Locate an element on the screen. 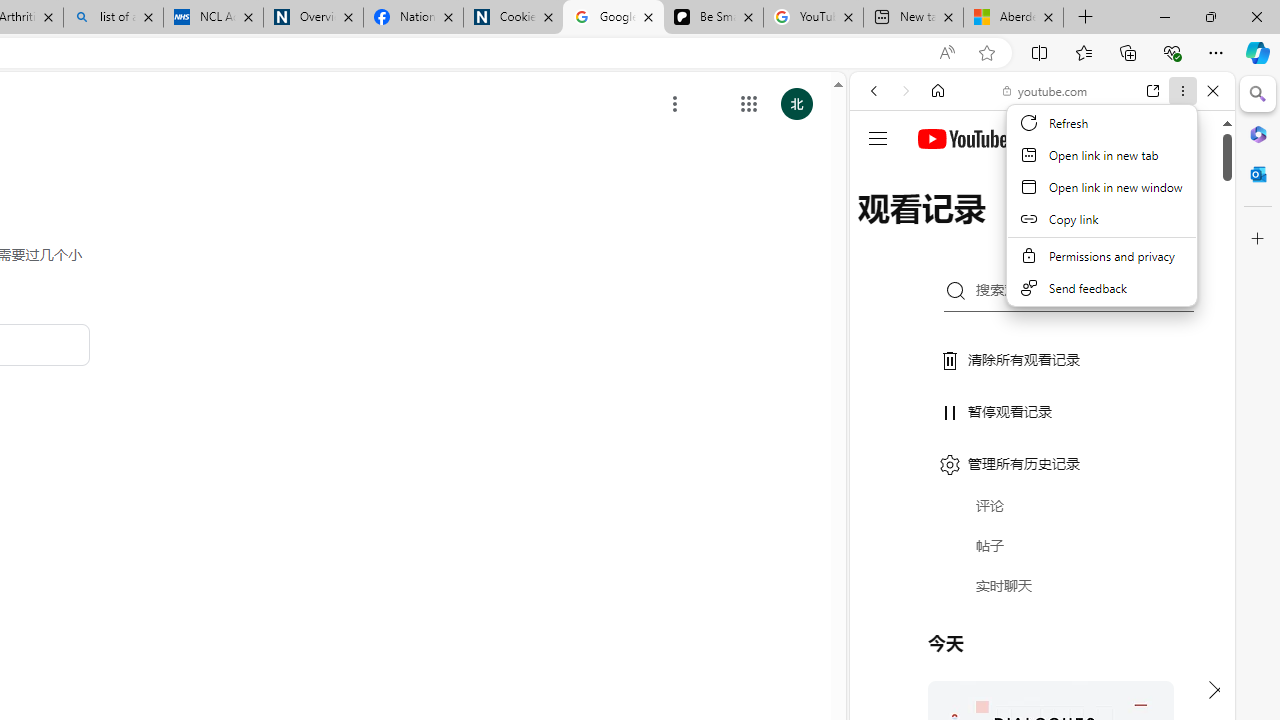  'Copy link' is located at coordinates (1101, 218).